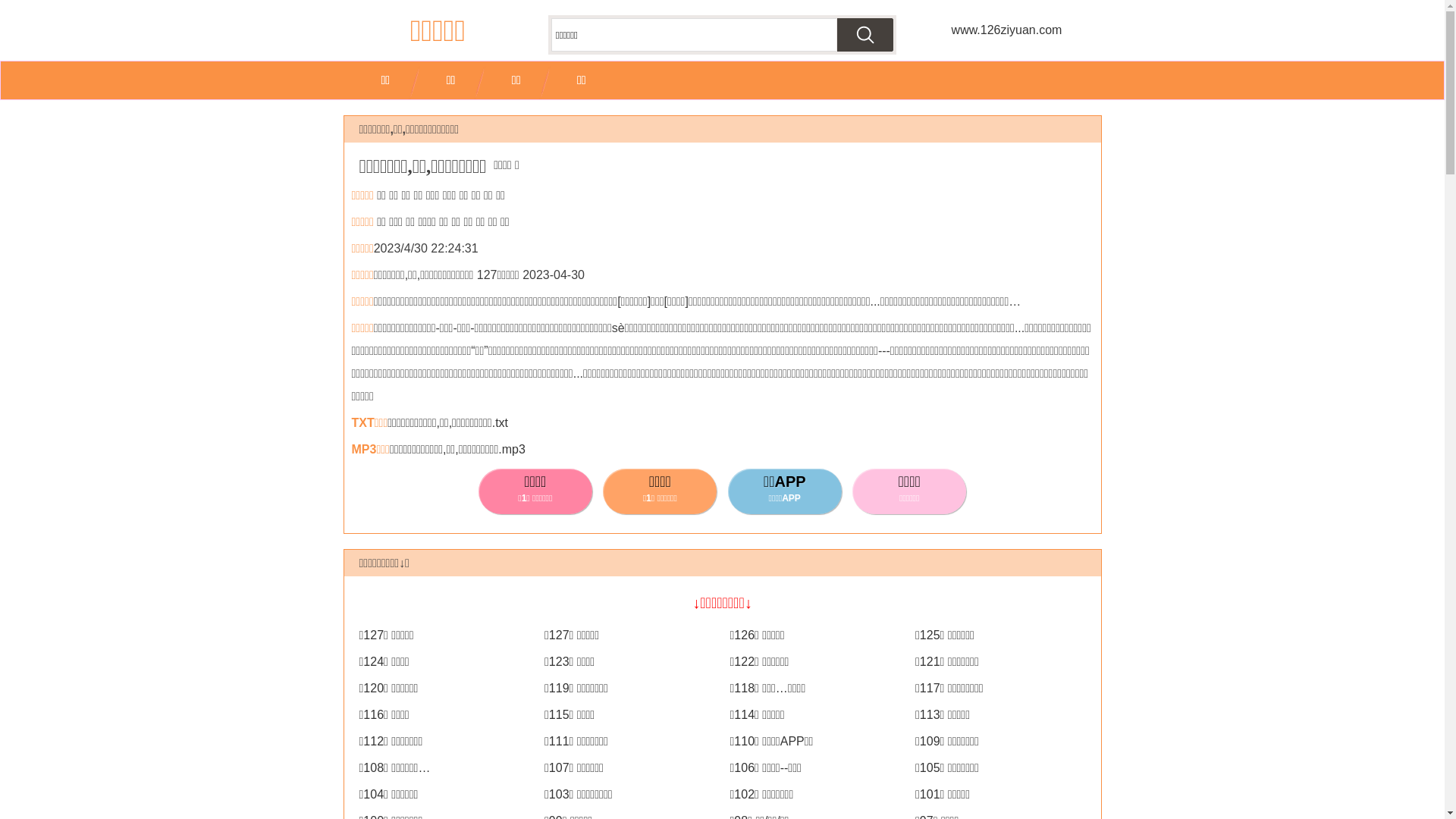 The width and height of the screenshot is (1456, 819). What do you see at coordinates (1006, 30) in the screenshot?
I see `'www.126ziyuan.com'` at bounding box center [1006, 30].